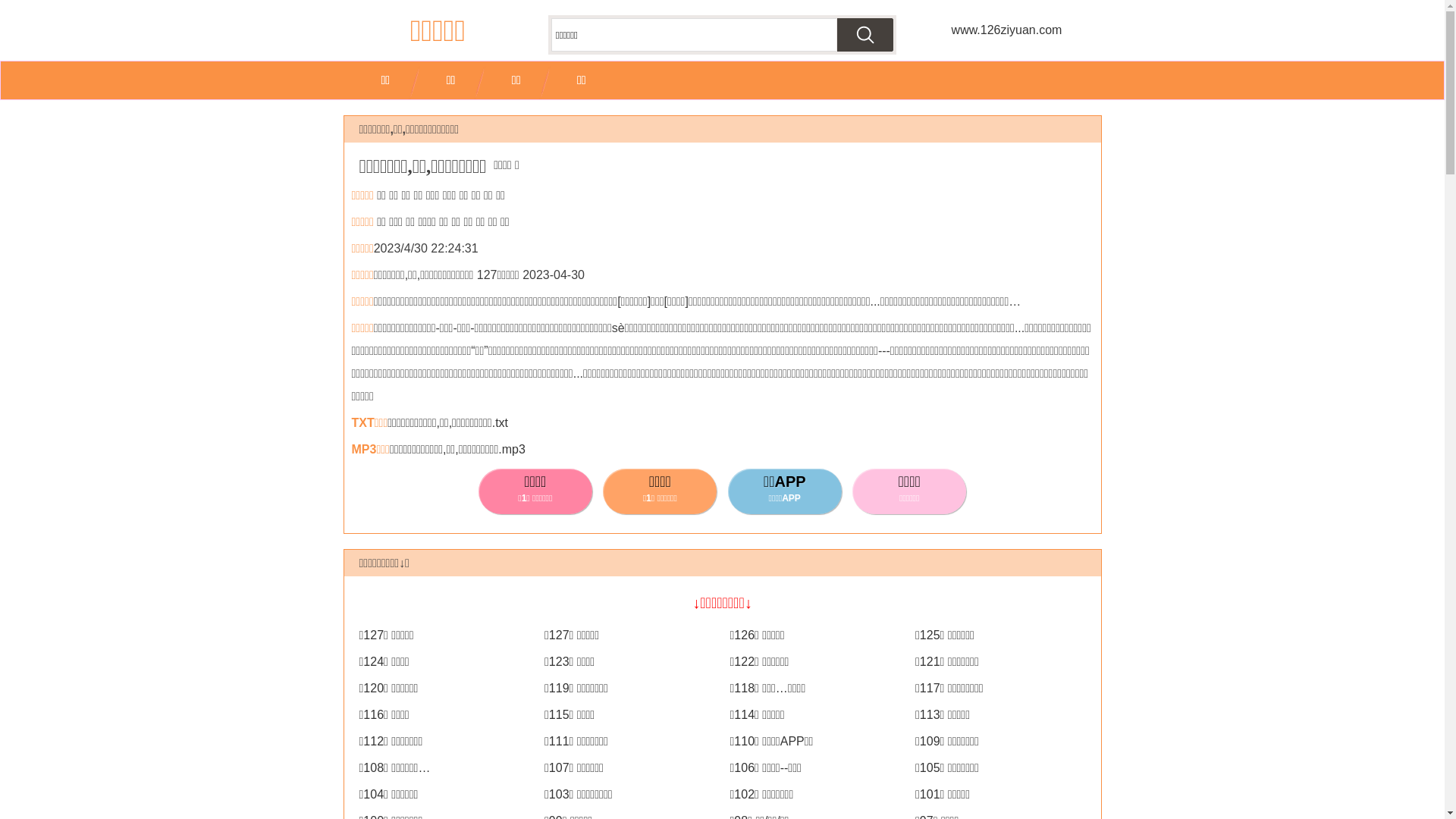 The width and height of the screenshot is (1456, 819). What do you see at coordinates (1006, 30) in the screenshot?
I see `'www.126ziyuan.com'` at bounding box center [1006, 30].